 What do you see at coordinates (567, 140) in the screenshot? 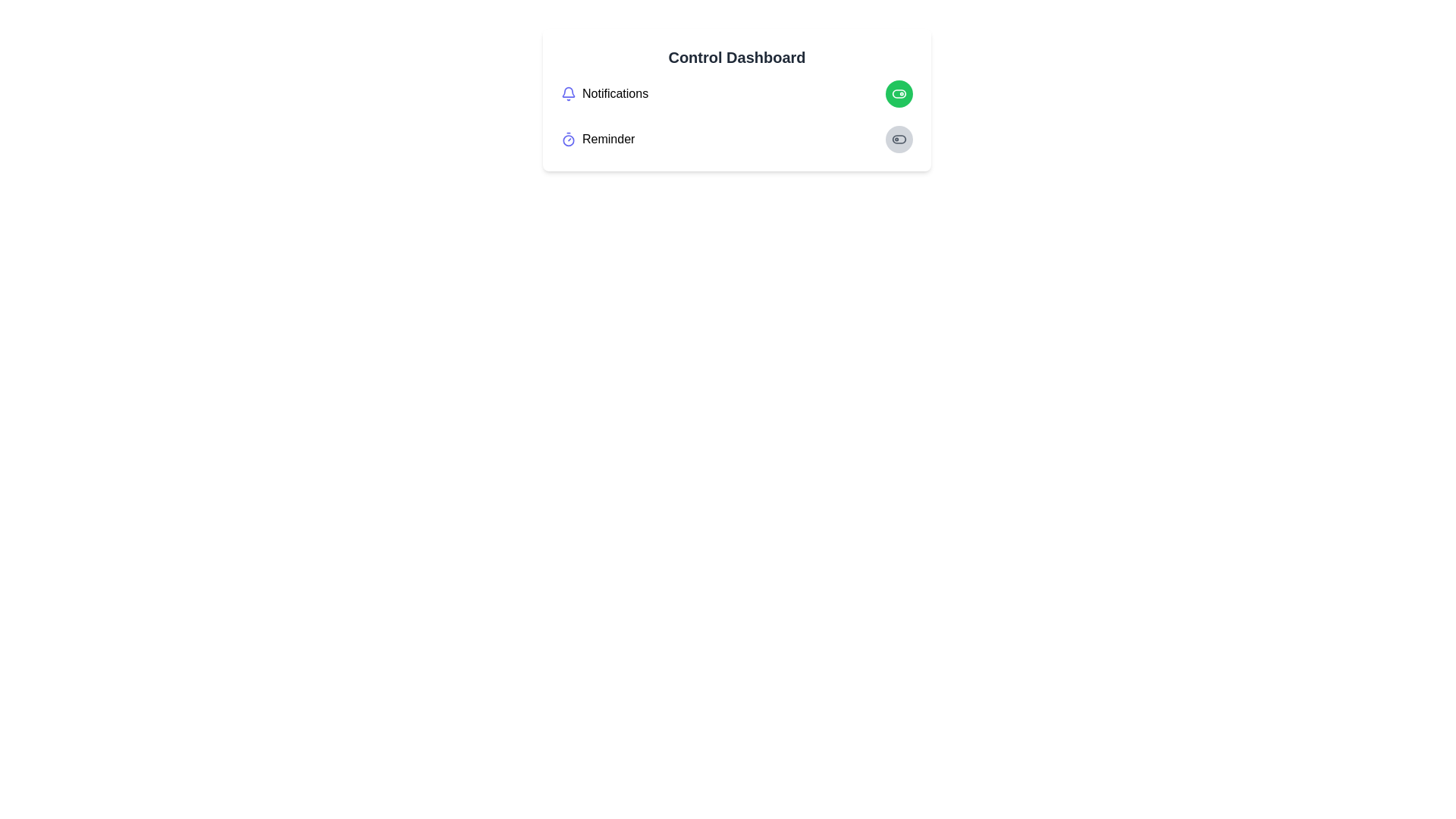
I see `the timer icon, which is dark-colored and` at bounding box center [567, 140].